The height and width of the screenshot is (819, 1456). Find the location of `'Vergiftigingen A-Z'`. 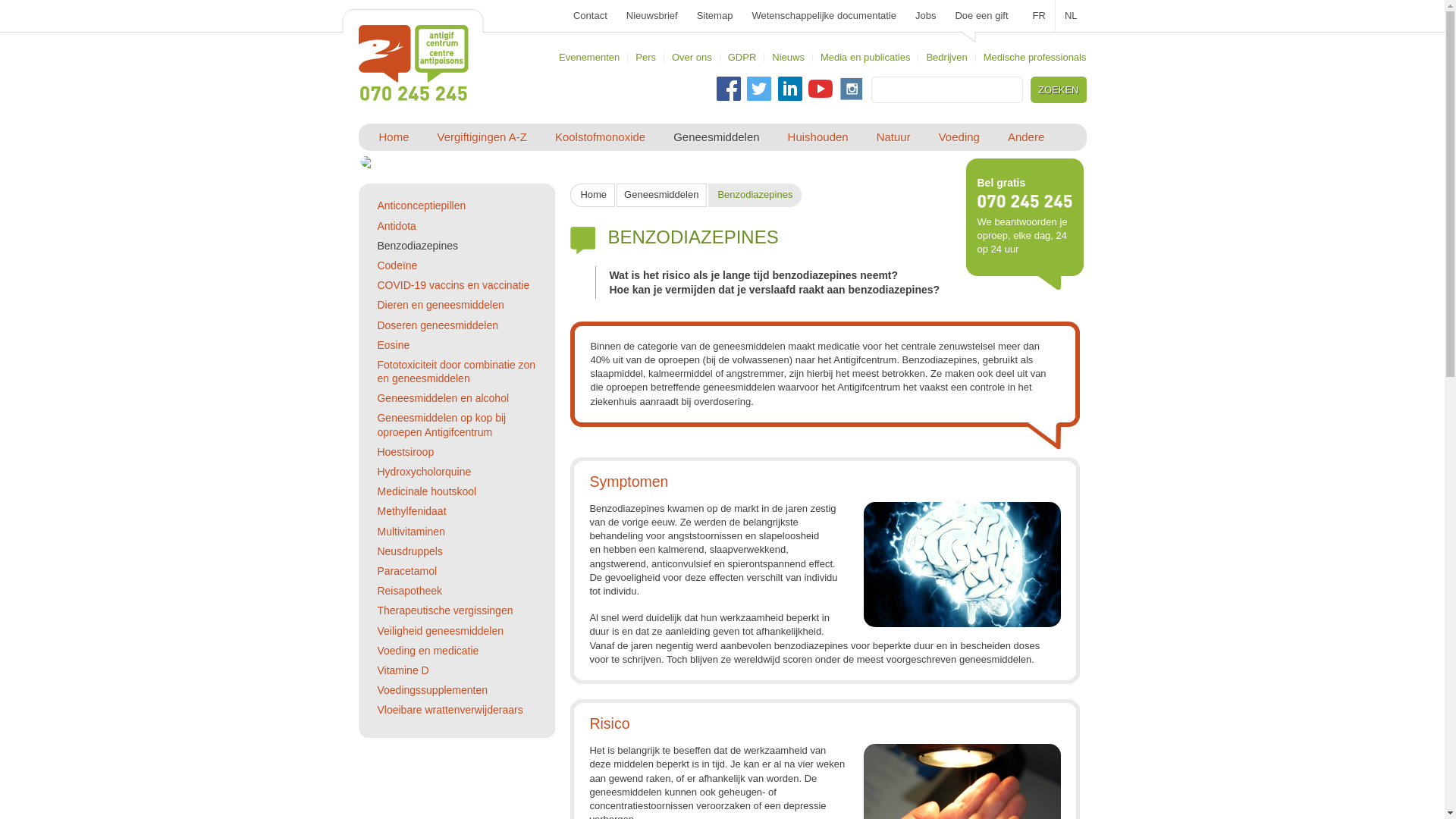

'Vergiftigingen A-Z' is located at coordinates (481, 137).